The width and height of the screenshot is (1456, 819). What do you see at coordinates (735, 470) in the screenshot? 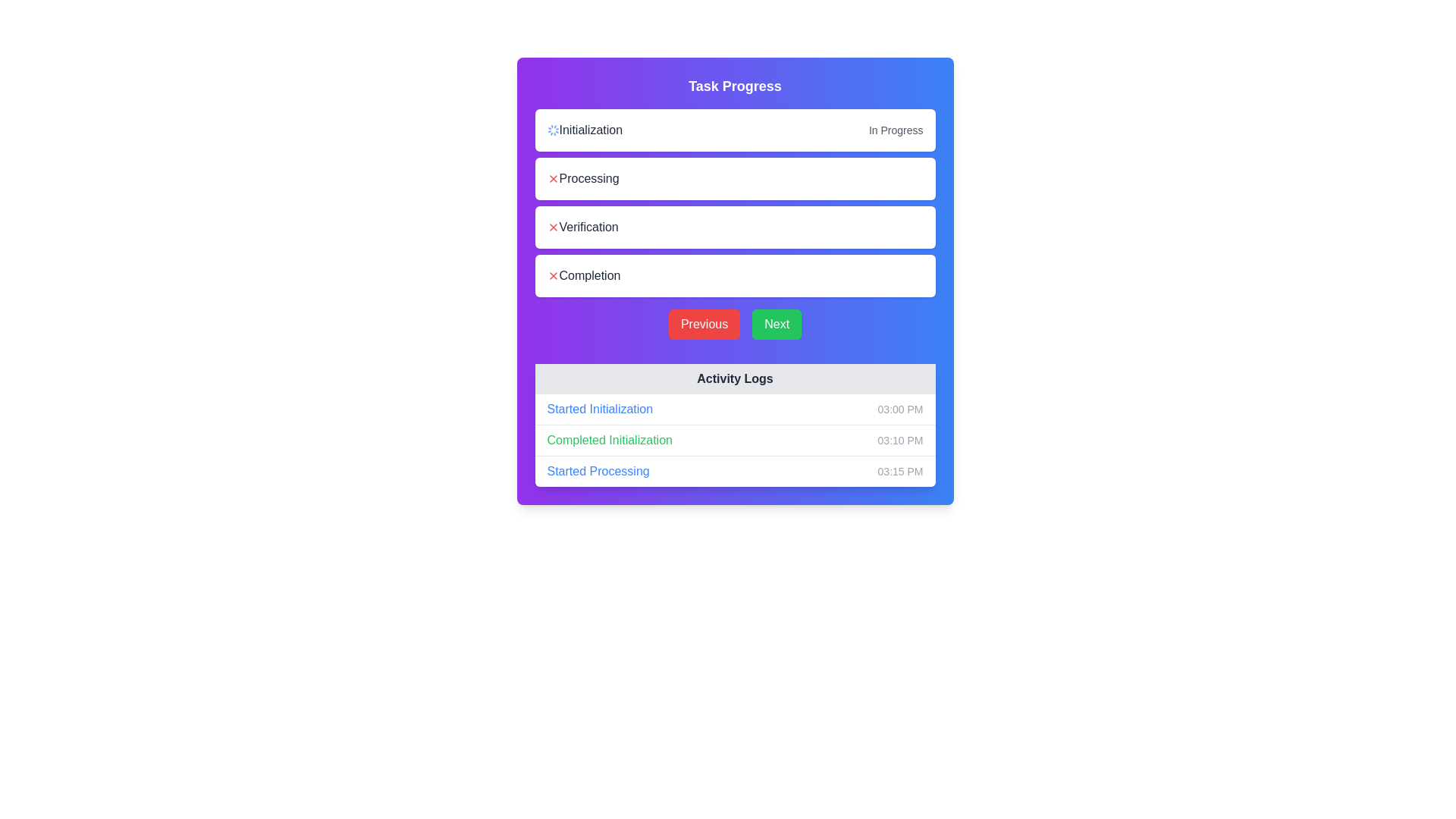
I see `the third row of the activity logs displaying the log entry for the start of a processing stage, which includes a timestamp` at bounding box center [735, 470].